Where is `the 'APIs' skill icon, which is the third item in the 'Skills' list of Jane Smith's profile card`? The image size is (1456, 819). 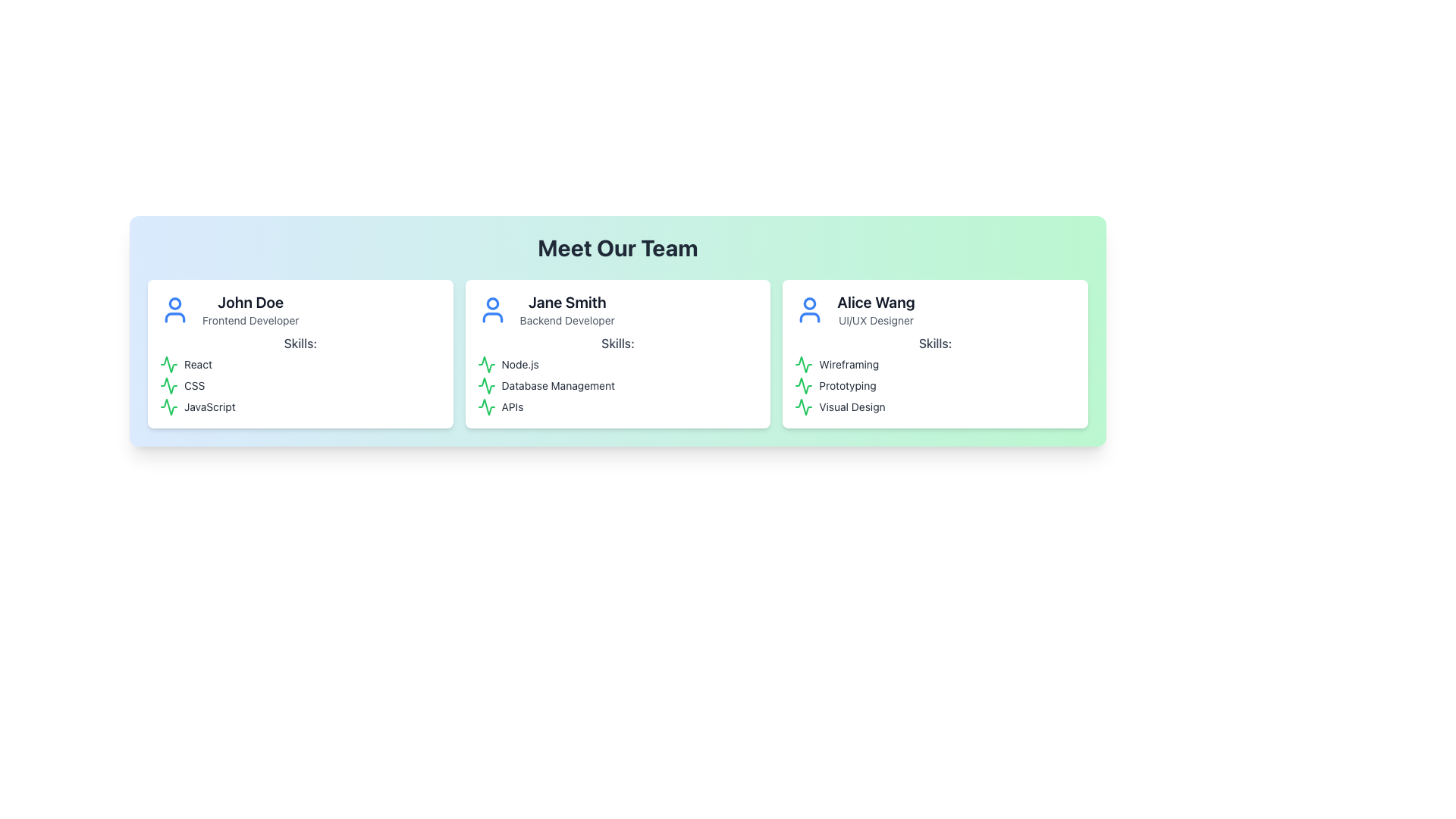
the 'APIs' skill icon, which is the third item in the 'Skills' list of Jane Smith's profile card is located at coordinates (486, 406).